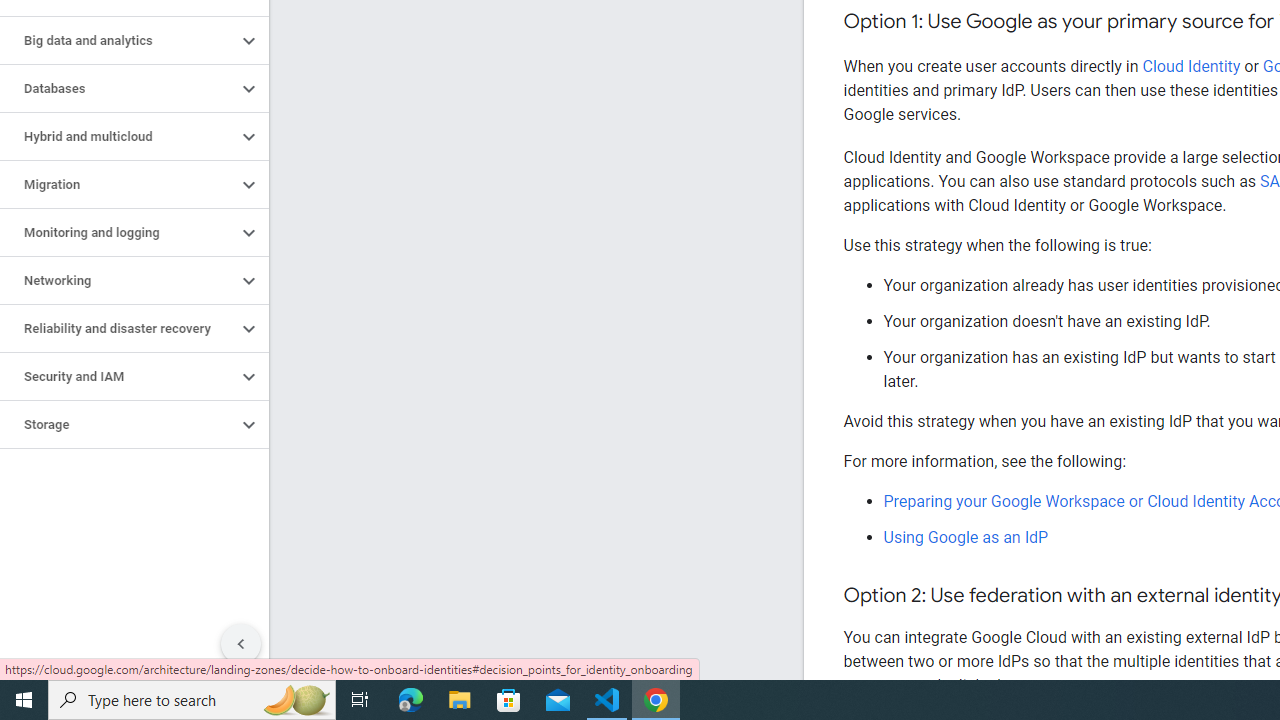 The width and height of the screenshot is (1280, 720). What do you see at coordinates (240, 644) in the screenshot?
I see `'Hide side navigation'` at bounding box center [240, 644].